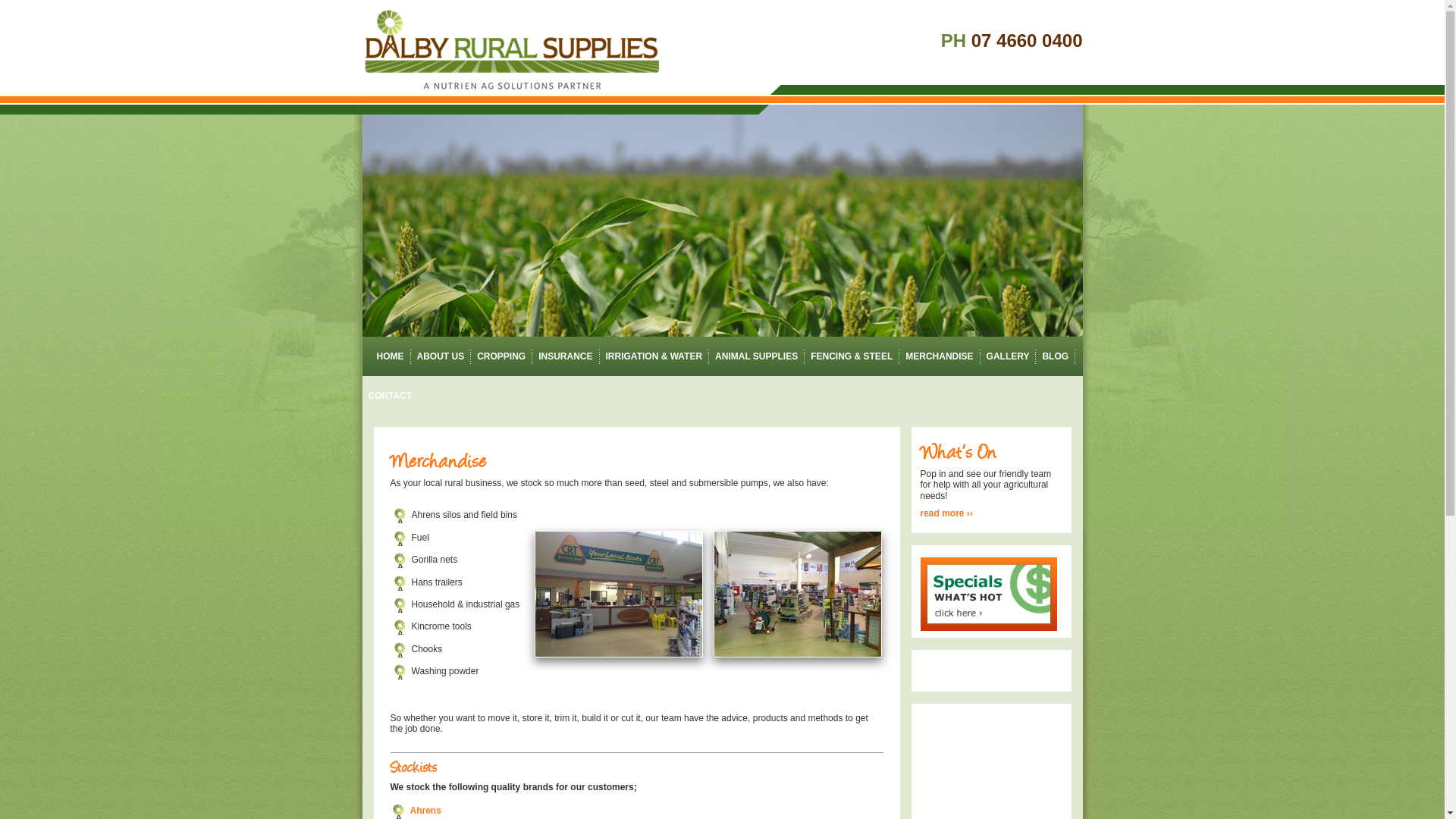 The image size is (1456, 819). I want to click on 'CROPPING', so click(501, 356).